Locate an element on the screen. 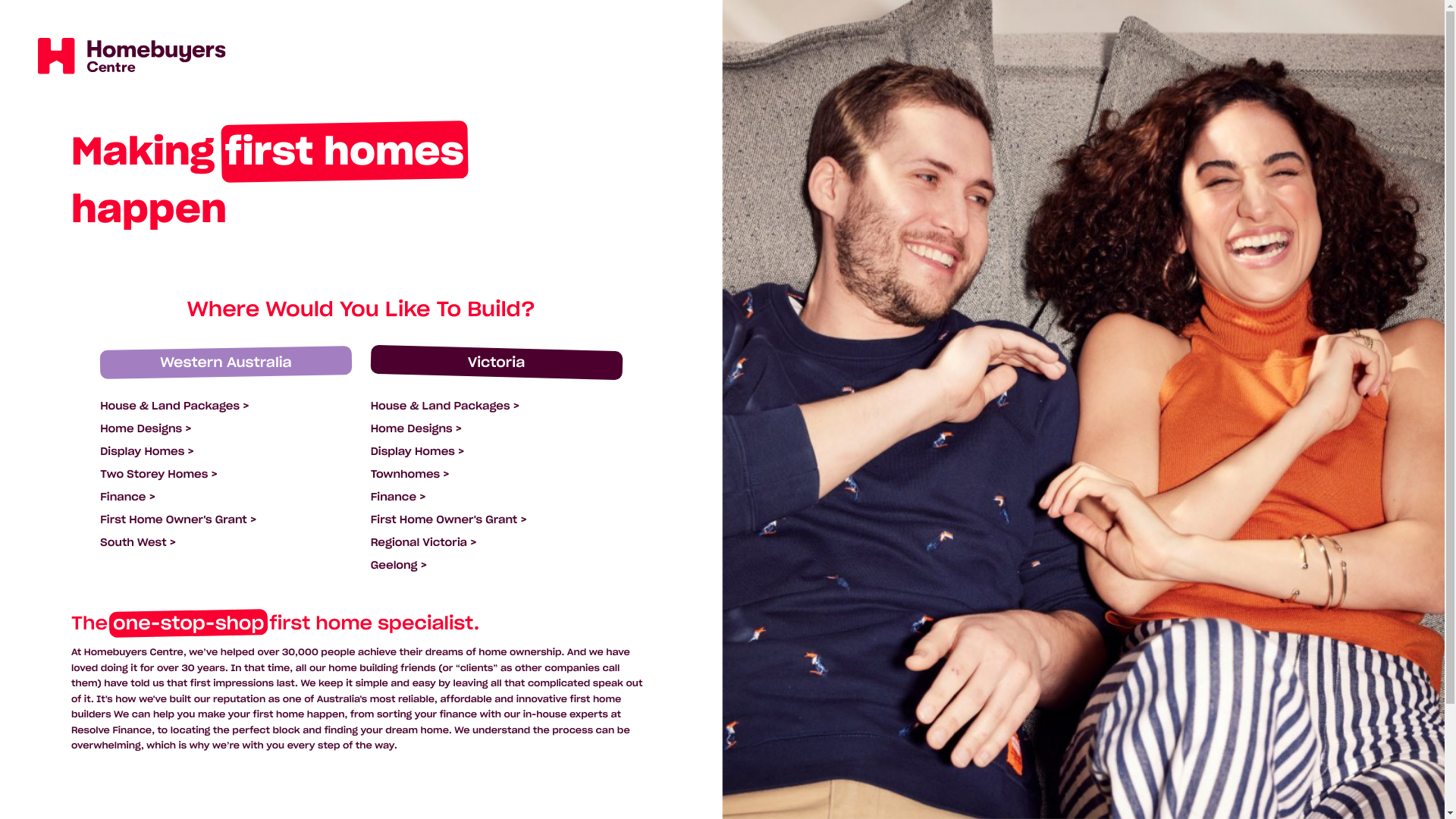 The width and height of the screenshot is (1456, 819). 'First Home Owner's Grant >' is located at coordinates (178, 519).